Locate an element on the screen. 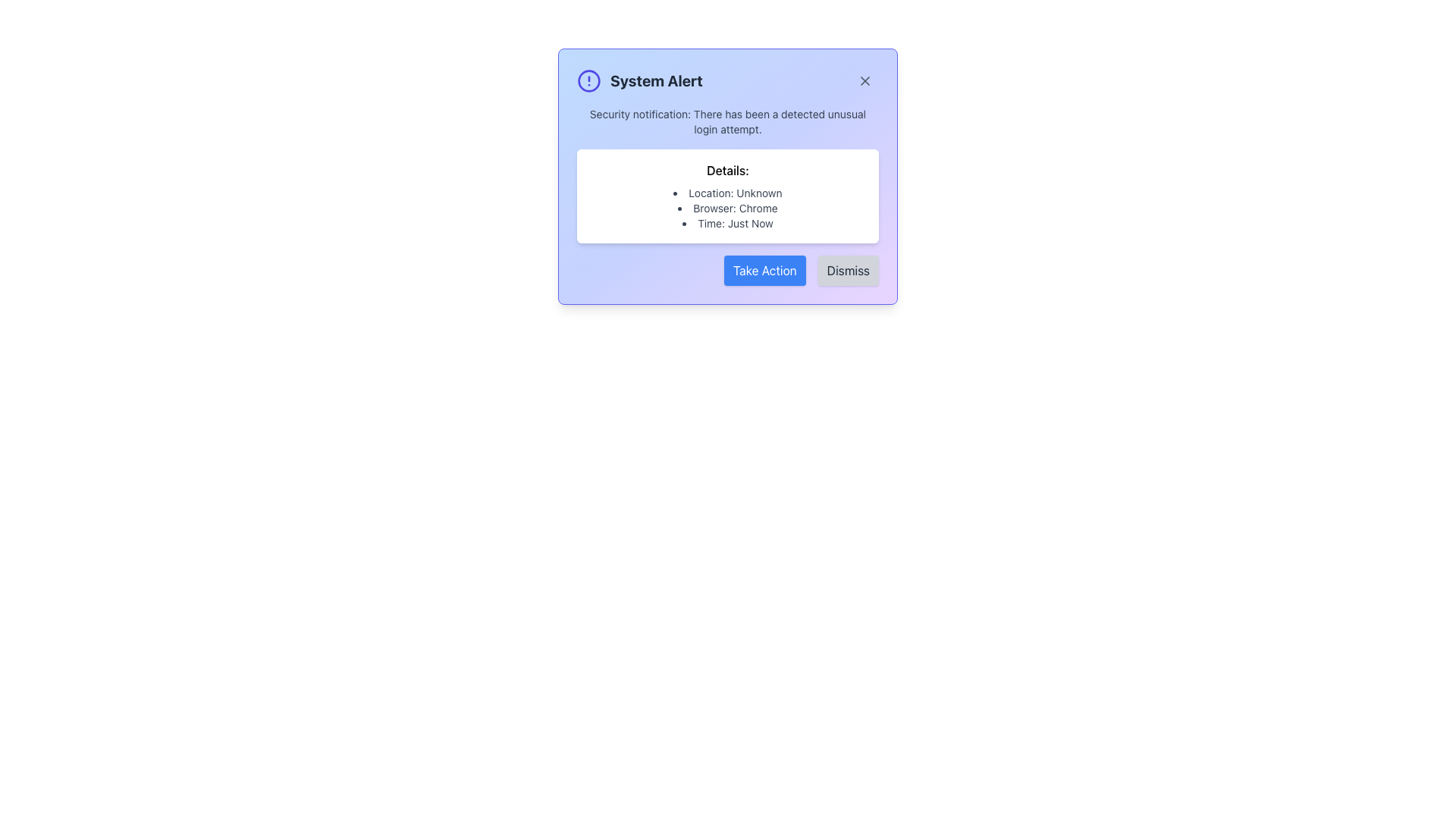 This screenshot has width=1456, height=819. the Text Label element that serves as the title for the modal, located at the top section and adjacent to an icon is located at coordinates (656, 81).